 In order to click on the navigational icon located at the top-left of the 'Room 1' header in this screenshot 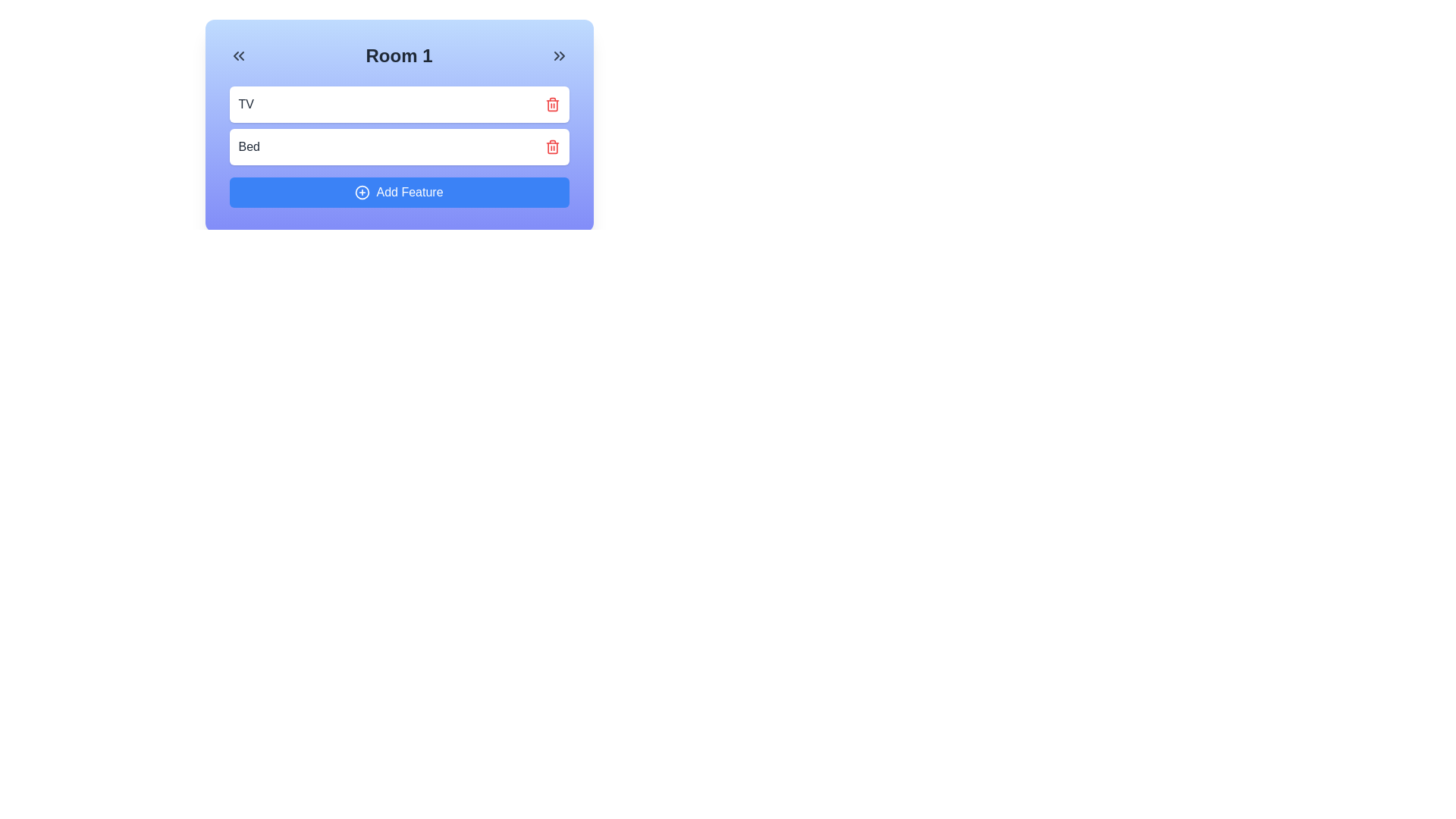, I will do `click(237, 55)`.